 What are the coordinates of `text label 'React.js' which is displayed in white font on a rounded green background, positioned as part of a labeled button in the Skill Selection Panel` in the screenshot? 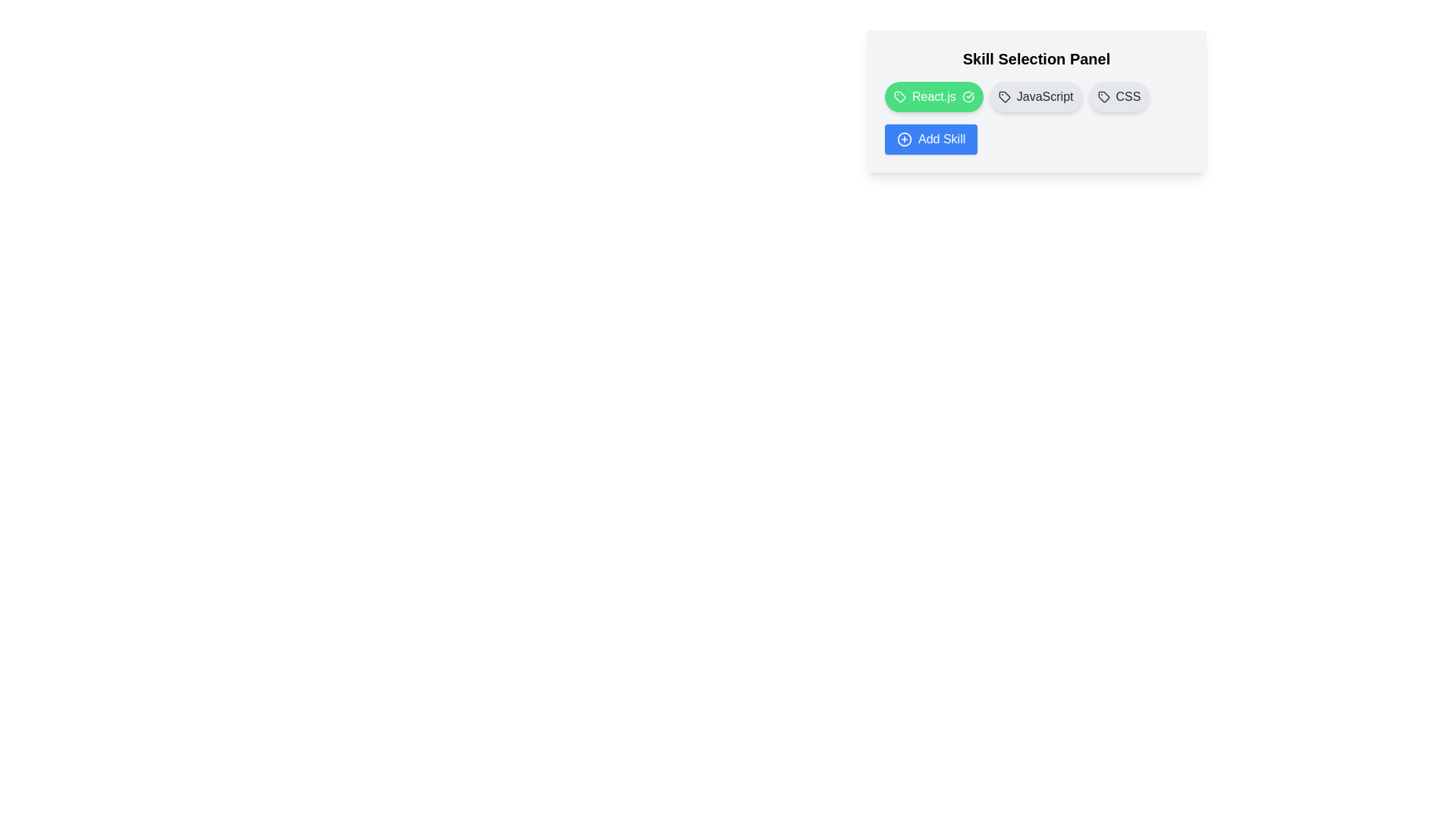 It's located at (933, 96).